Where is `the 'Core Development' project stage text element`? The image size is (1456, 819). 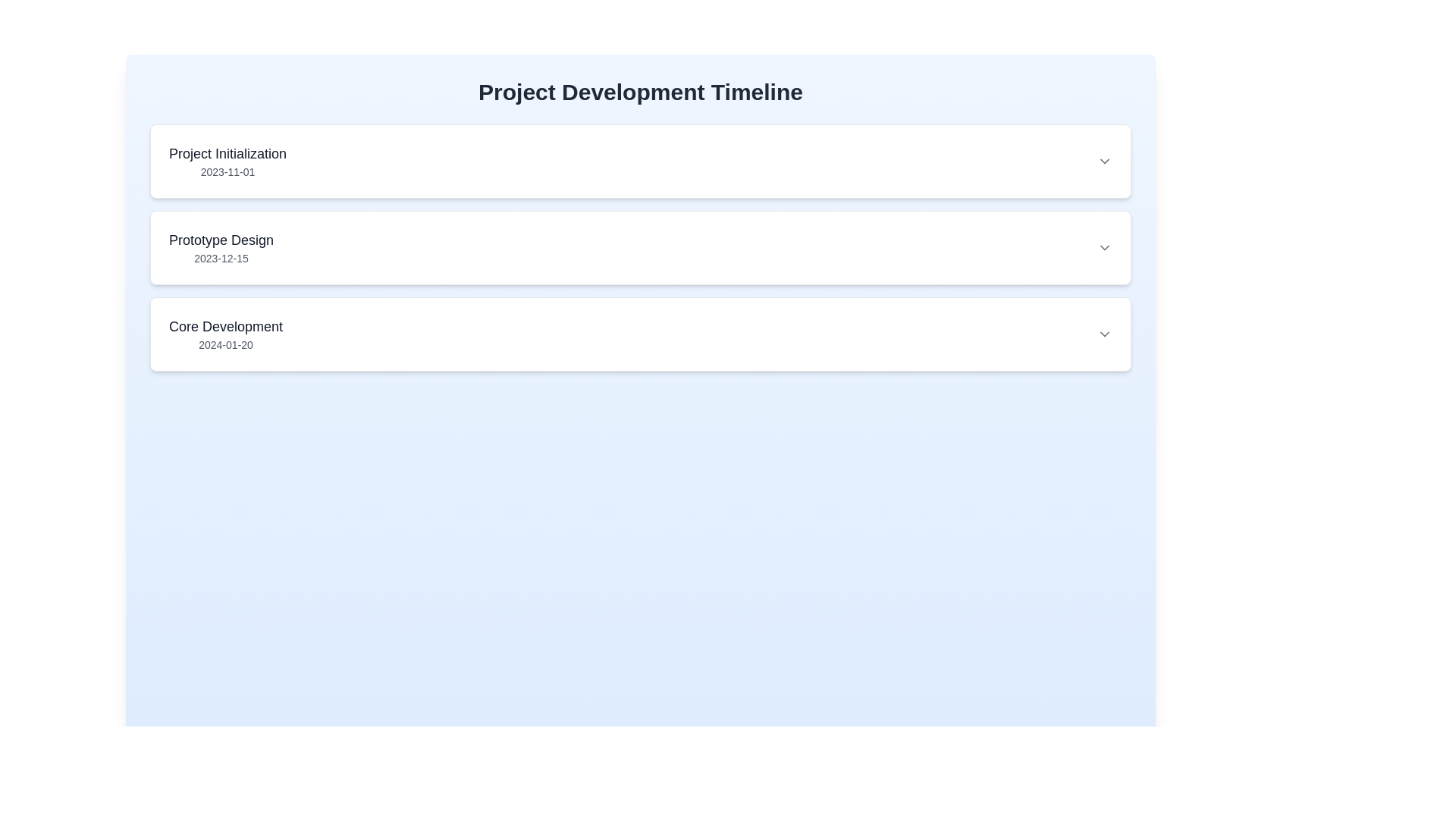 the 'Core Development' project stage text element is located at coordinates (224, 333).